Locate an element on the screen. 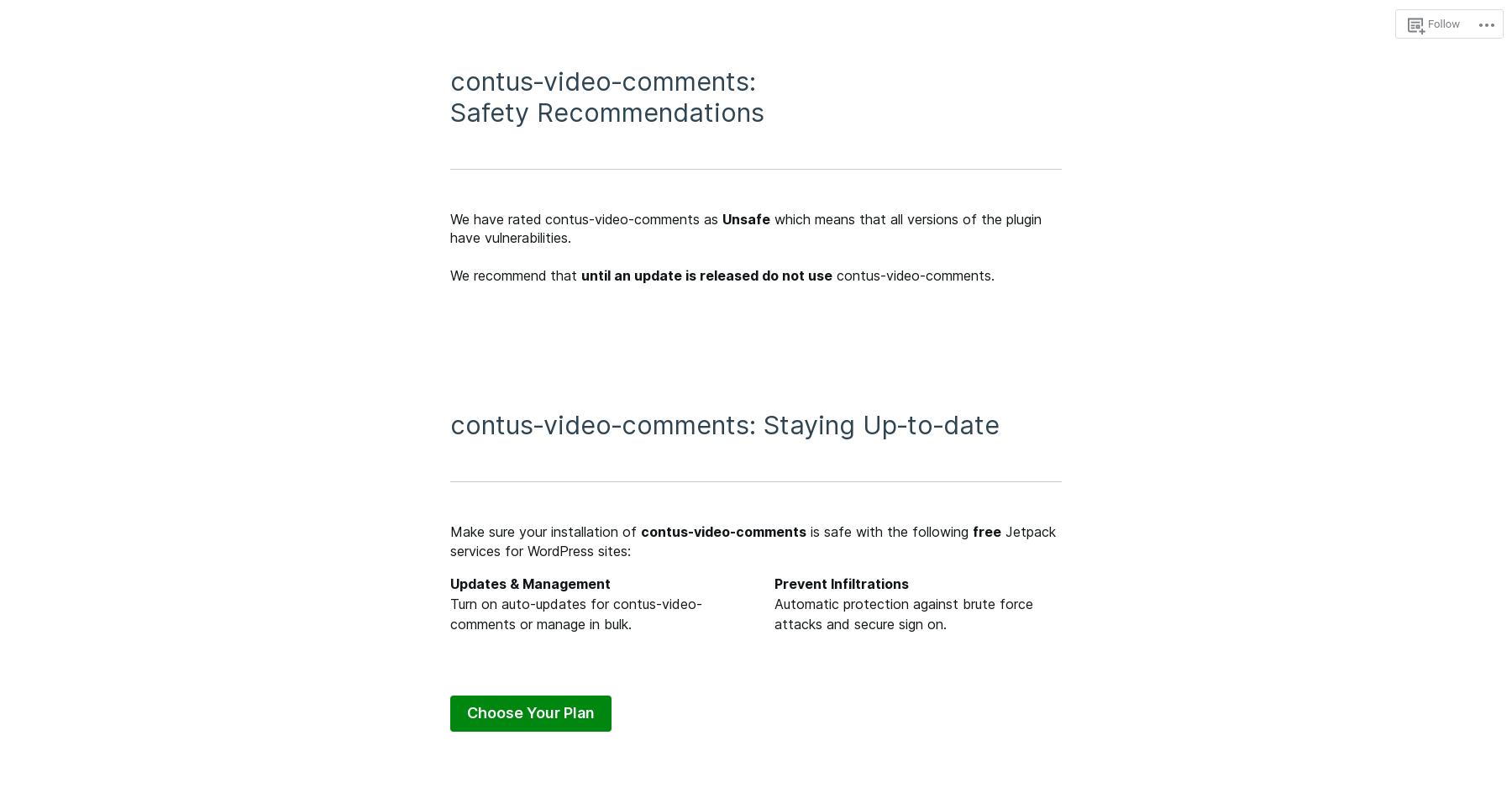  'Follow' is located at coordinates (1444, 24).